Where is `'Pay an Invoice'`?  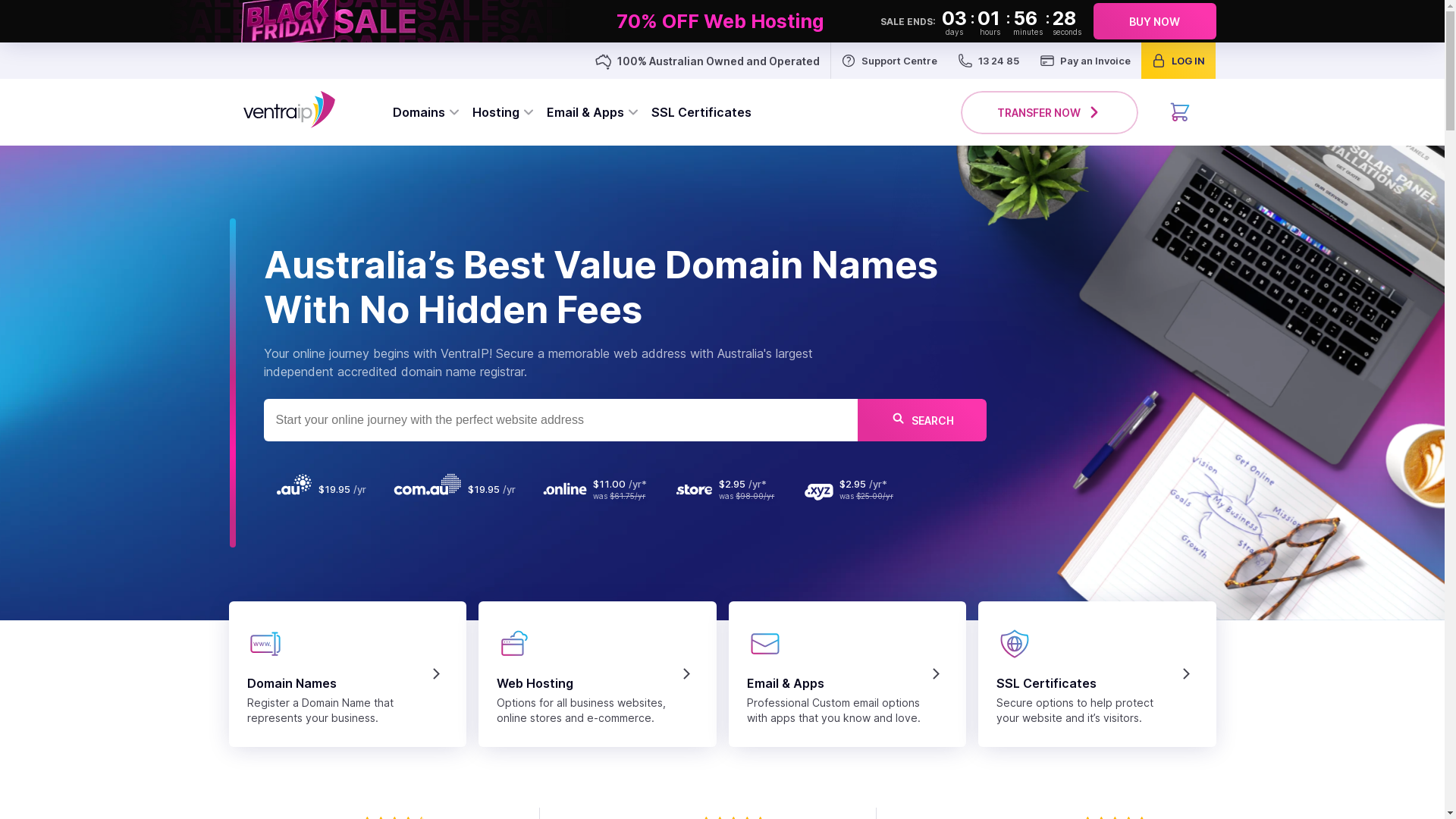 'Pay an Invoice' is located at coordinates (1084, 60).